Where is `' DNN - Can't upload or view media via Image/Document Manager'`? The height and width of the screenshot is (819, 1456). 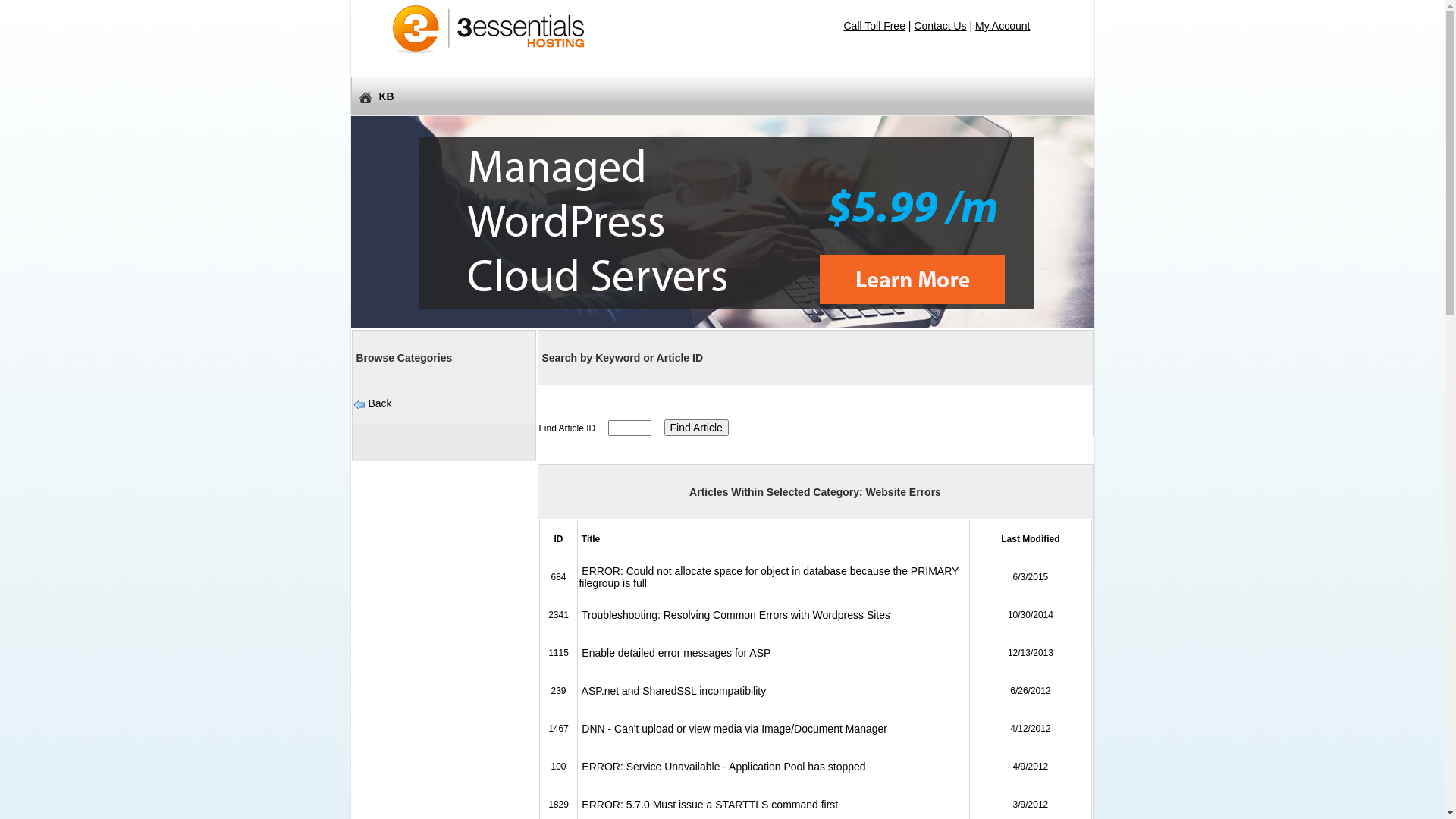
' DNN - Can't upload or view media via Image/Document Manager' is located at coordinates (733, 727).